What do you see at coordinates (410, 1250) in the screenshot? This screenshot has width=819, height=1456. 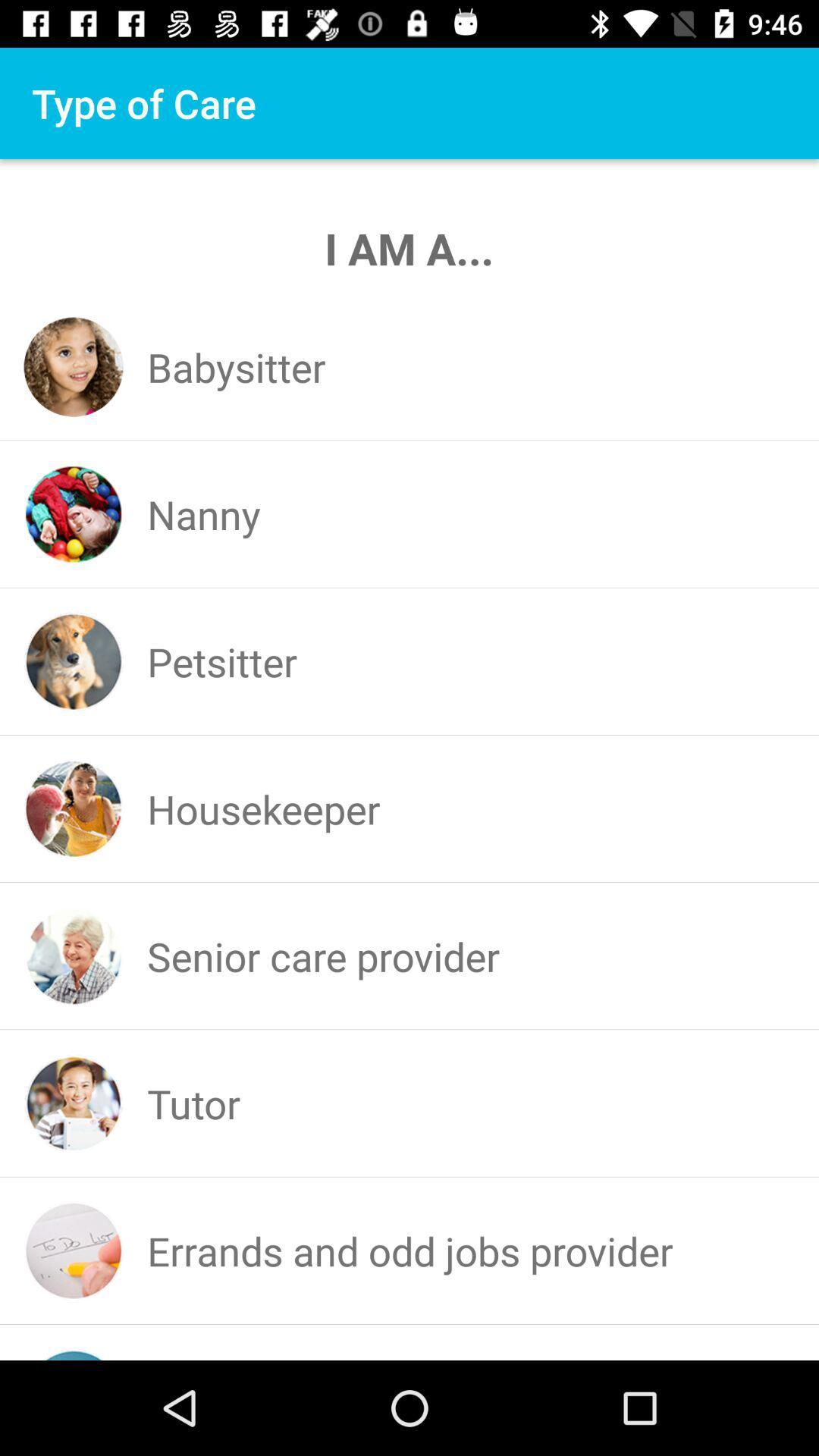 I see `app below the tutor` at bounding box center [410, 1250].